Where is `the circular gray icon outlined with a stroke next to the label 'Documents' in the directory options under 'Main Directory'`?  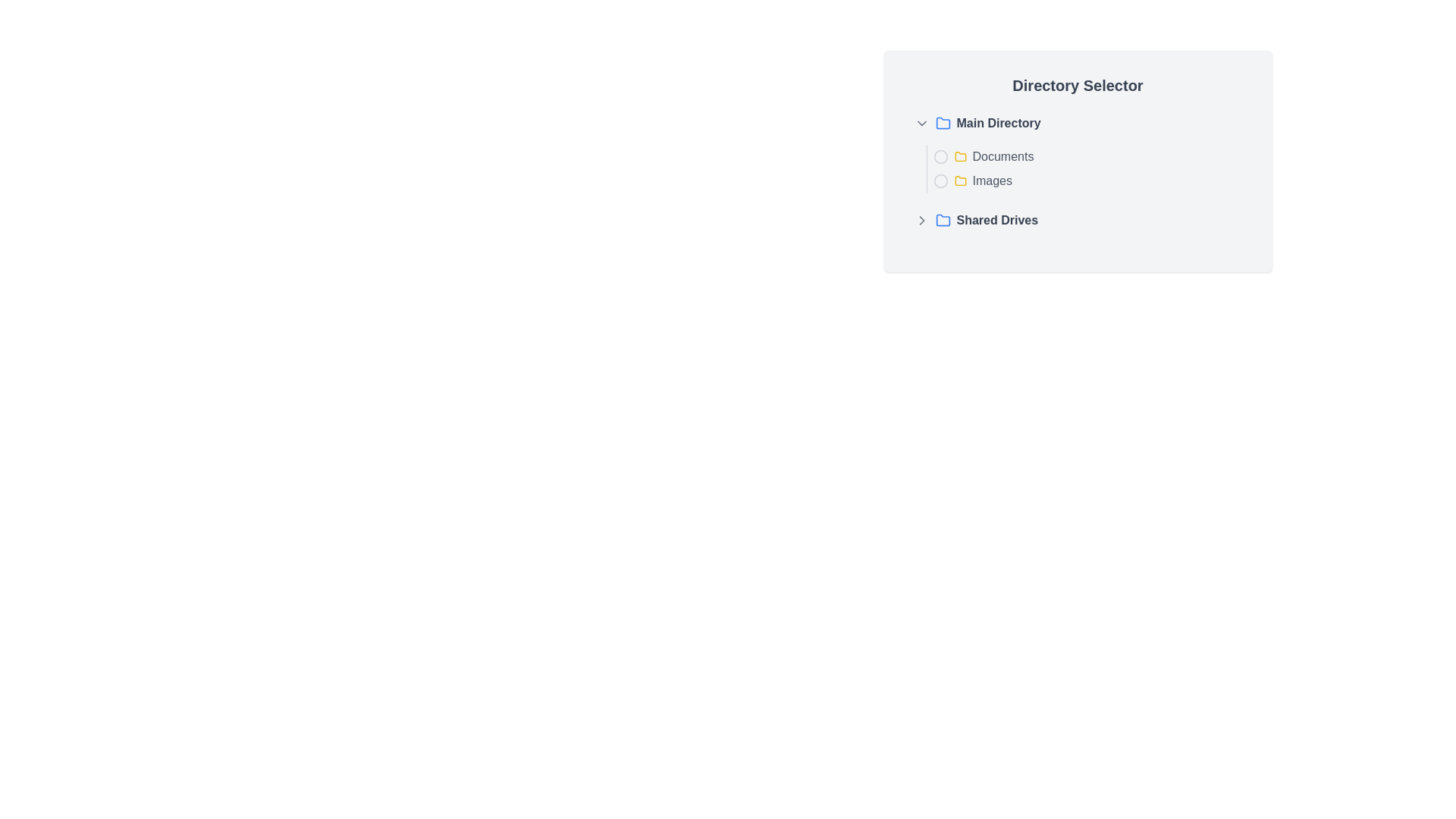
the circular gray icon outlined with a stroke next to the label 'Documents' in the directory options under 'Main Directory' is located at coordinates (940, 157).